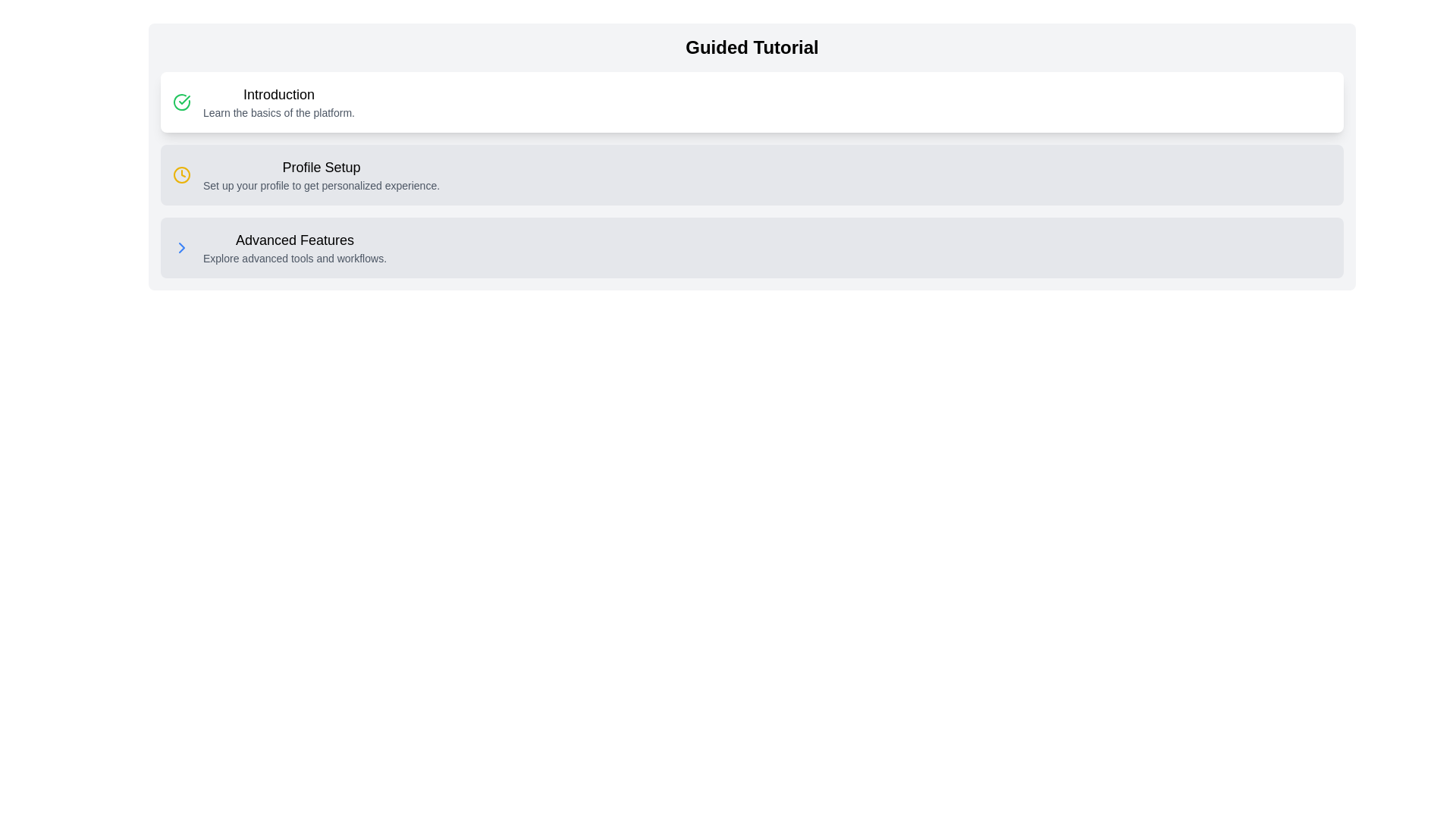 Image resolution: width=1456 pixels, height=819 pixels. I want to click on the header text label in the third section of the guided tutorial interface, which provides a concise description of the section's purpose, so click(294, 239).